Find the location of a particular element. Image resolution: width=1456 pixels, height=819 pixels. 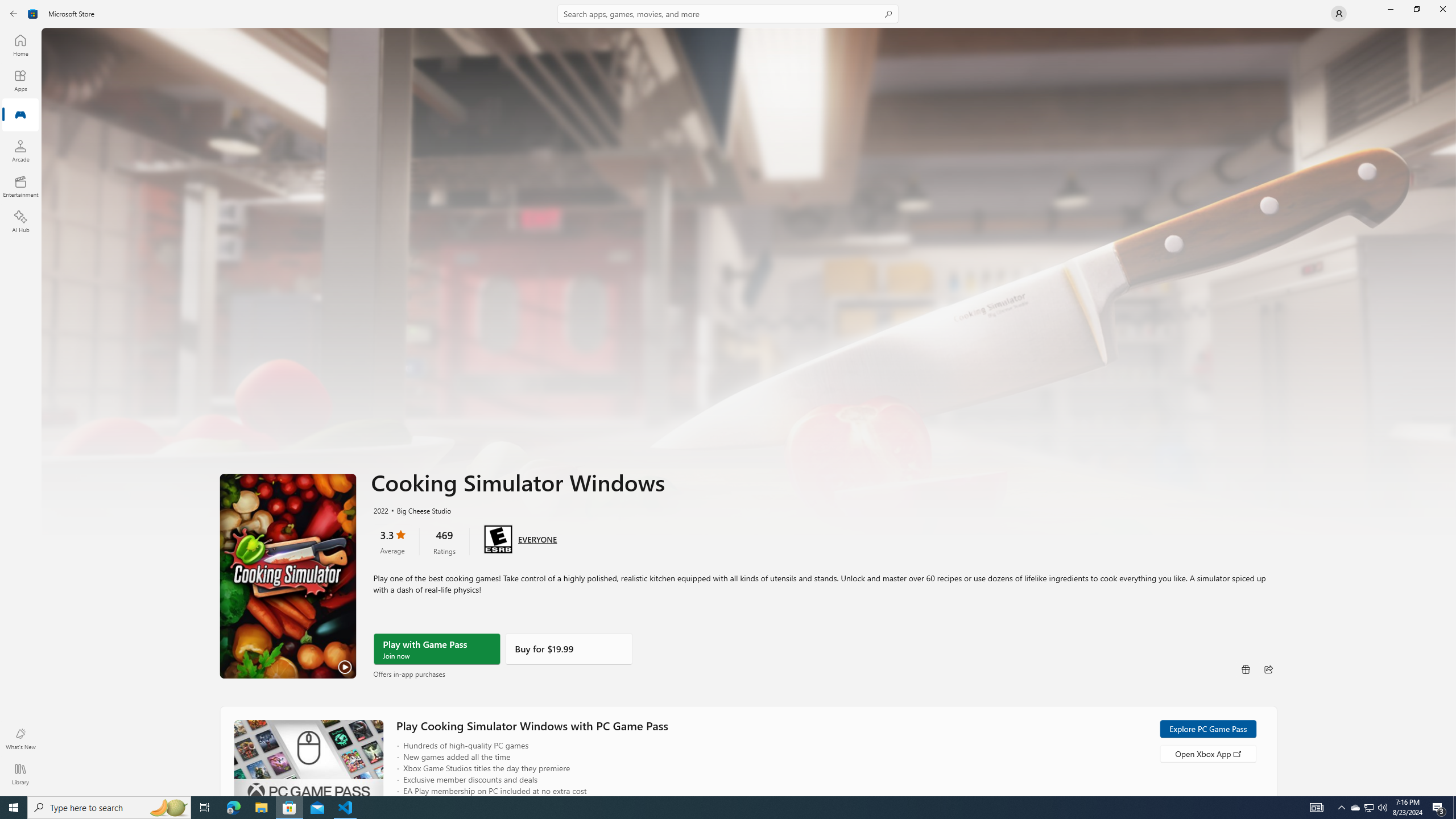

'What' is located at coordinates (19, 738).